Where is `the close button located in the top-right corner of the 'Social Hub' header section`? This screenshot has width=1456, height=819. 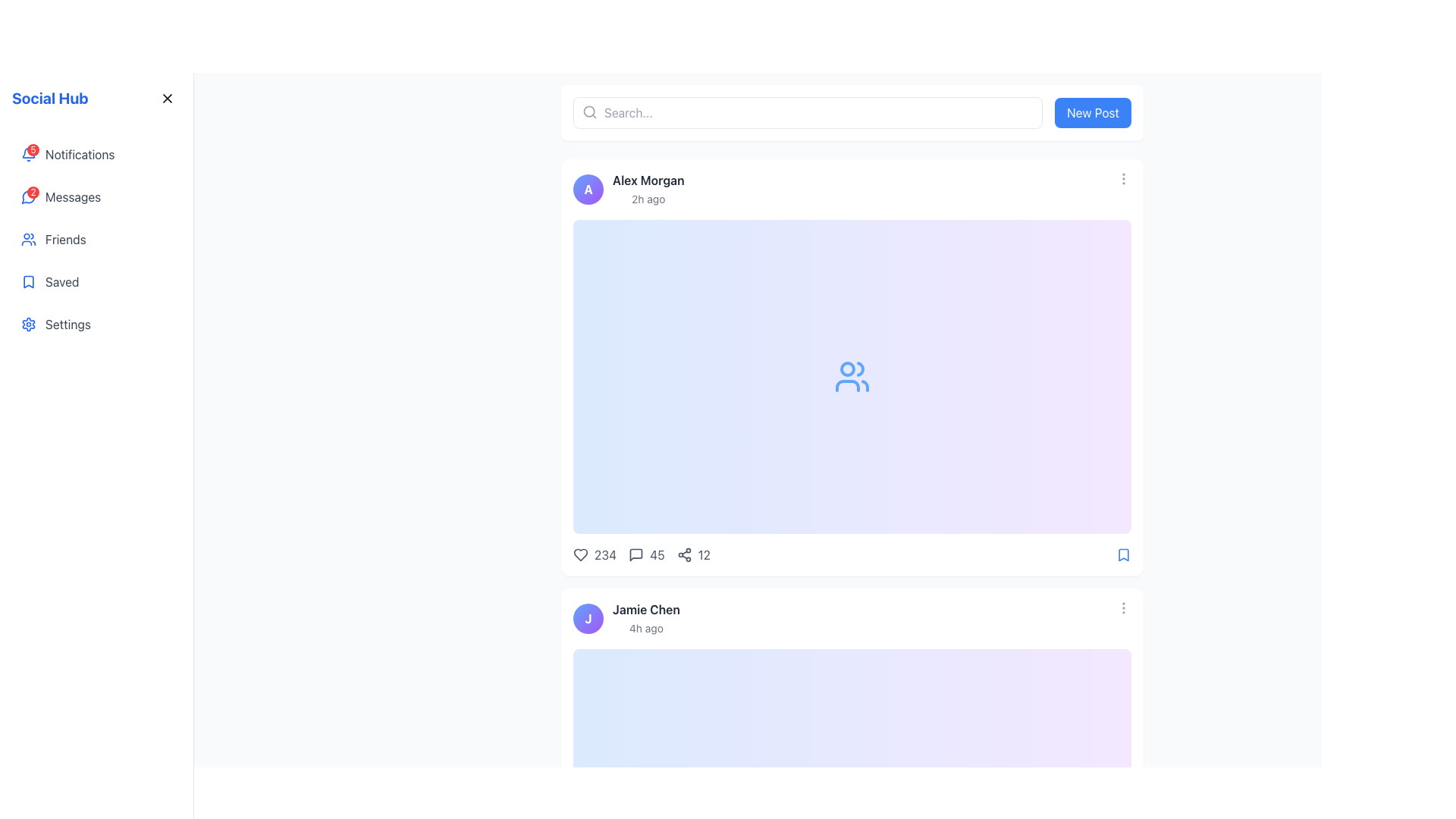 the close button located in the top-right corner of the 'Social Hub' header section is located at coordinates (167, 99).